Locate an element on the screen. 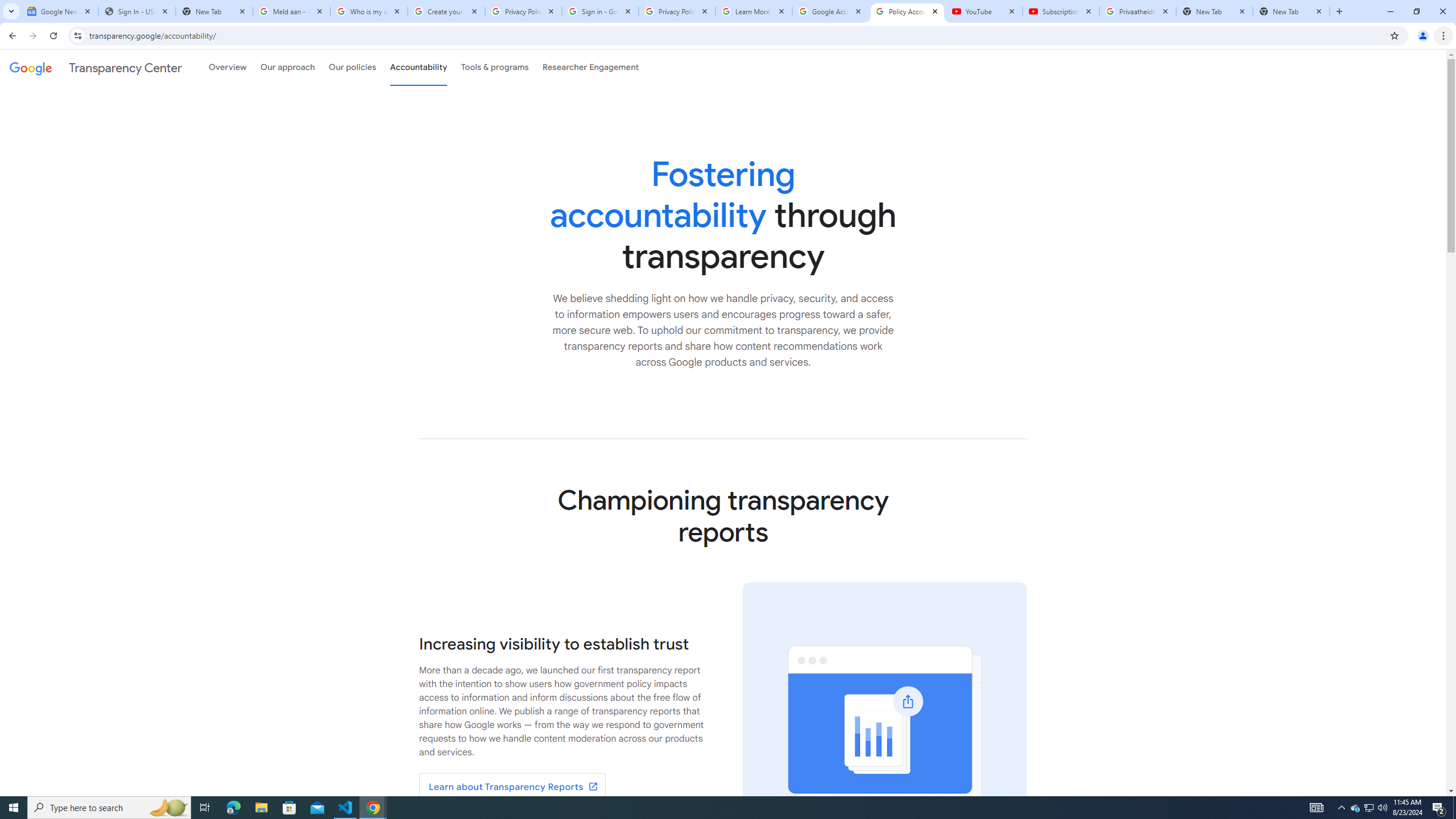 This screenshot has height=819, width=1456. 'New Tab' is located at coordinates (1291, 11).